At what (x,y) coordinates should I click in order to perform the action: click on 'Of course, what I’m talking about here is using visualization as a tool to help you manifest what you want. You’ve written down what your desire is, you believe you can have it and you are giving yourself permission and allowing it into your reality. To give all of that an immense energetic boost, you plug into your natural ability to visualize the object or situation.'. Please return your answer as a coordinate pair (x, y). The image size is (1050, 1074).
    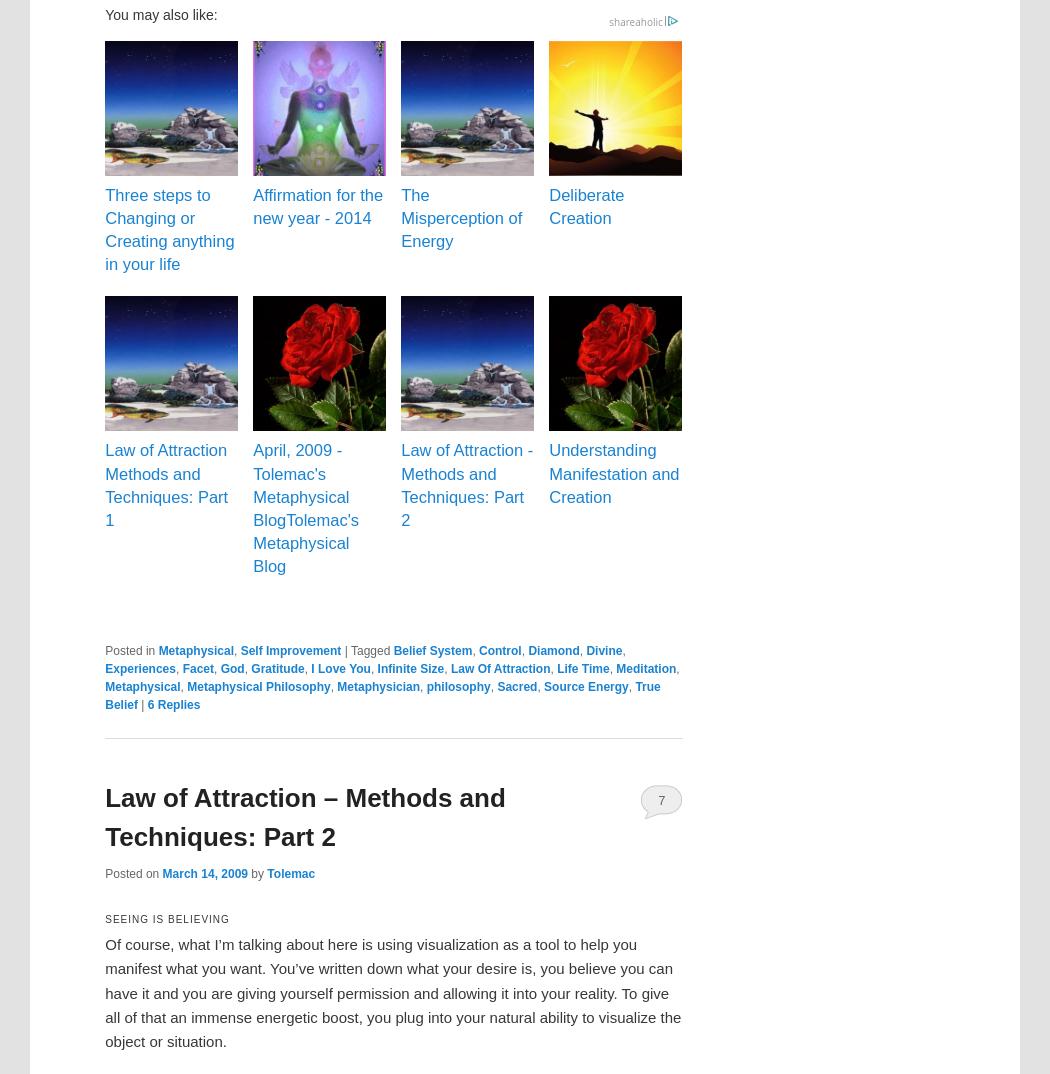
    Looking at the image, I should click on (393, 991).